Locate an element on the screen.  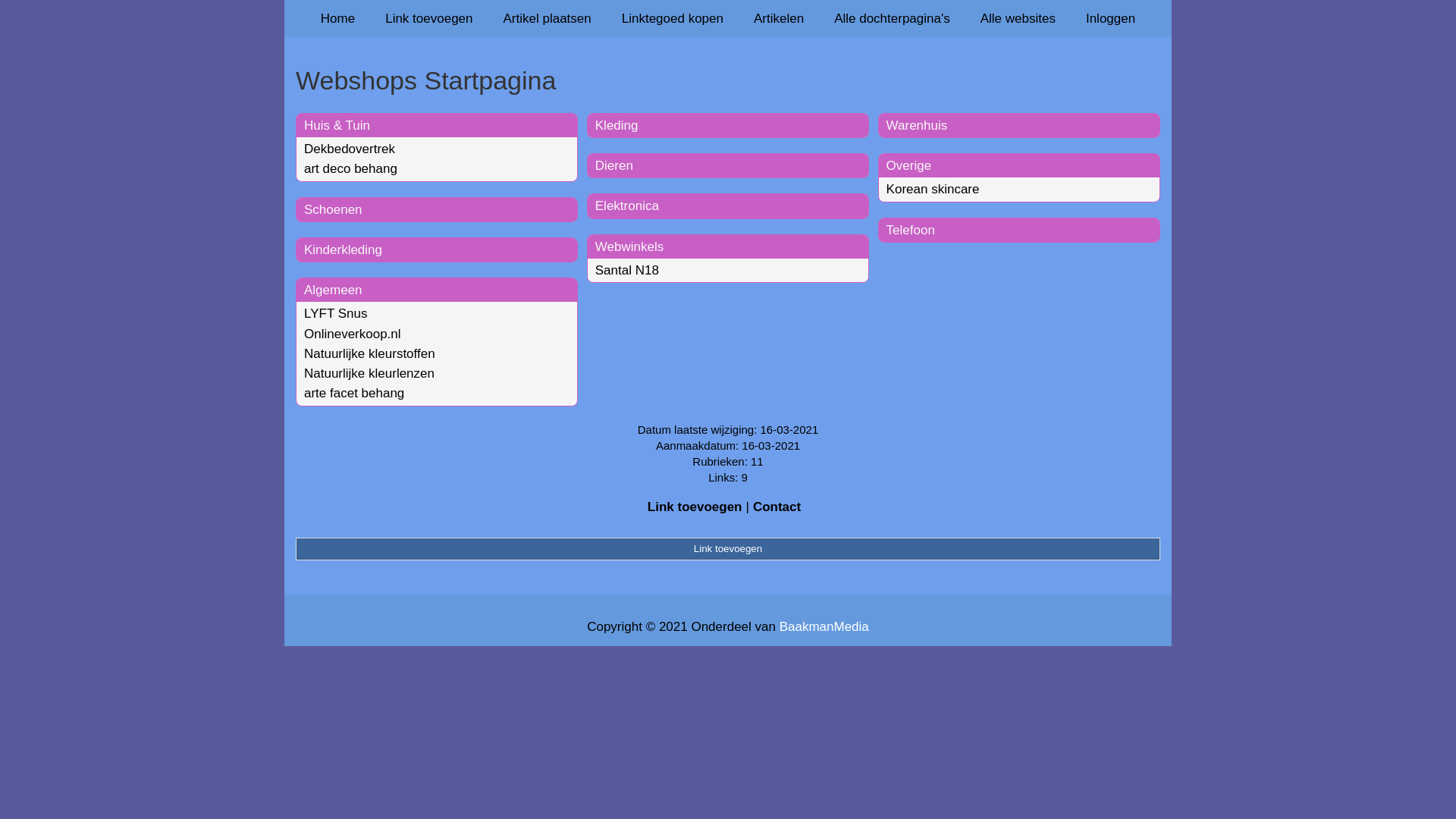
'Warenhuis' is located at coordinates (916, 124).